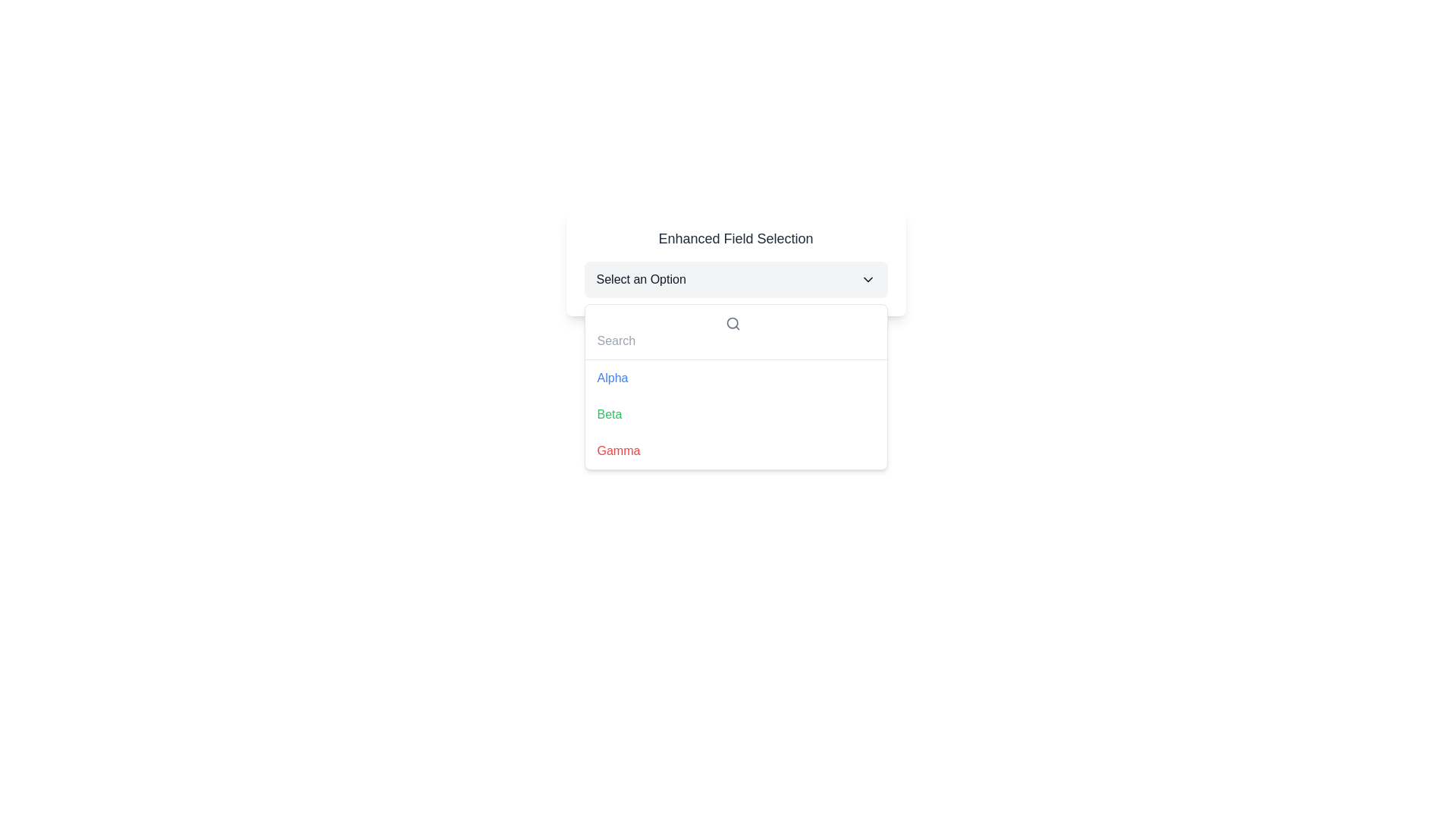  Describe the element at coordinates (641, 280) in the screenshot. I see `the 'Select an Option' text label within the drop-down menu, which is styled with a simple font and has a light gray background` at that location.